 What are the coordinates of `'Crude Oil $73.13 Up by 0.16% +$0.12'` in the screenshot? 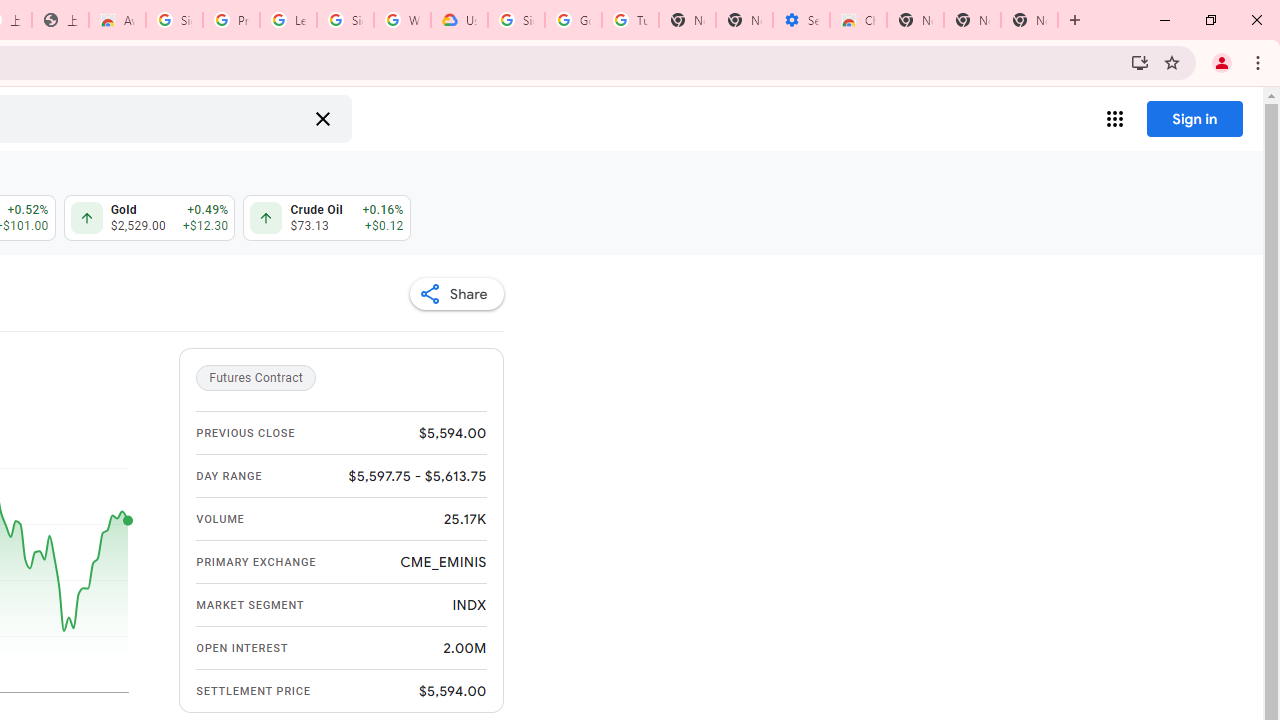 It's located at (327, 218).